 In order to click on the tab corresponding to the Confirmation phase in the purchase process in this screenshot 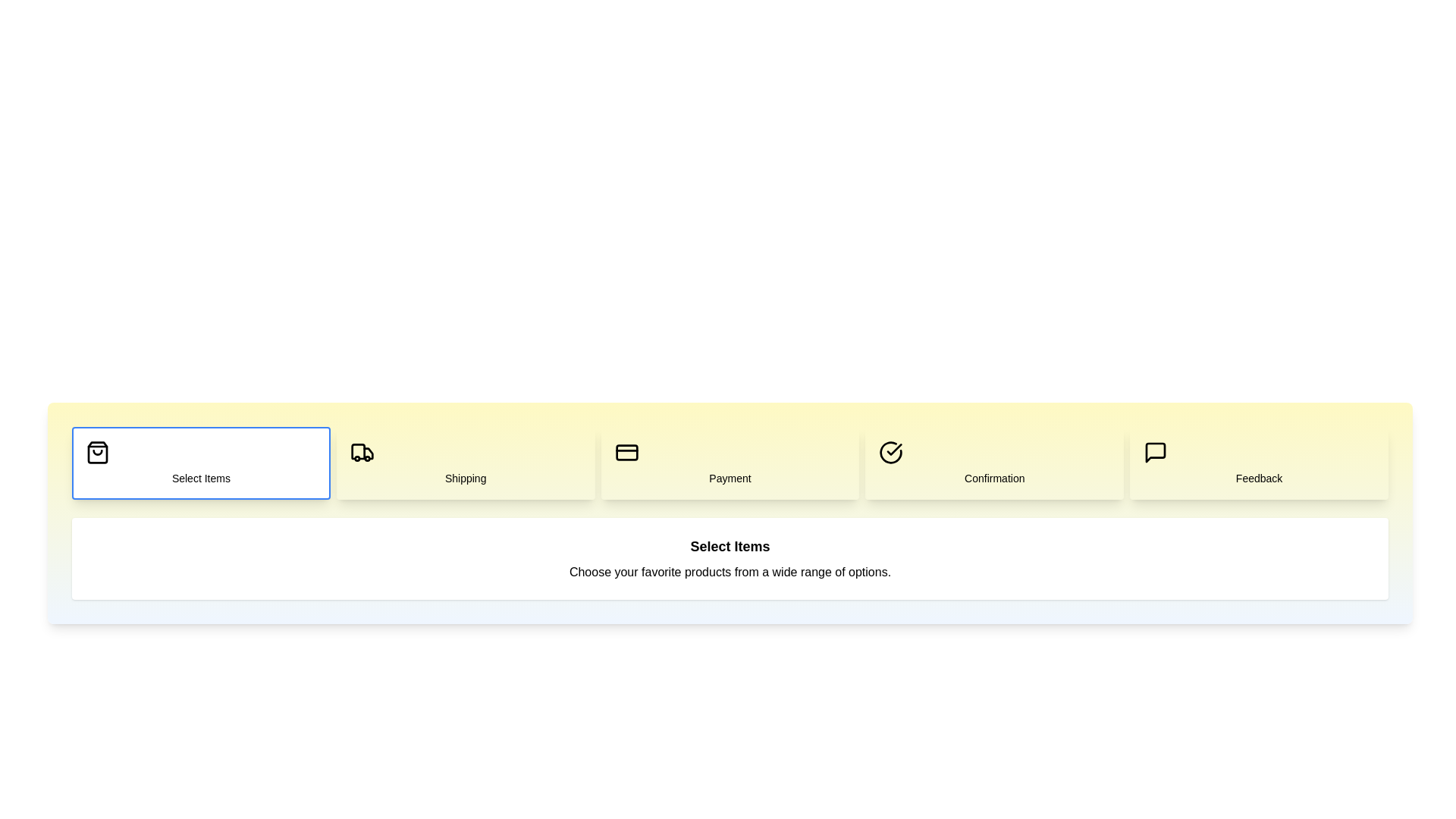, I will do `click(994, 462)`.